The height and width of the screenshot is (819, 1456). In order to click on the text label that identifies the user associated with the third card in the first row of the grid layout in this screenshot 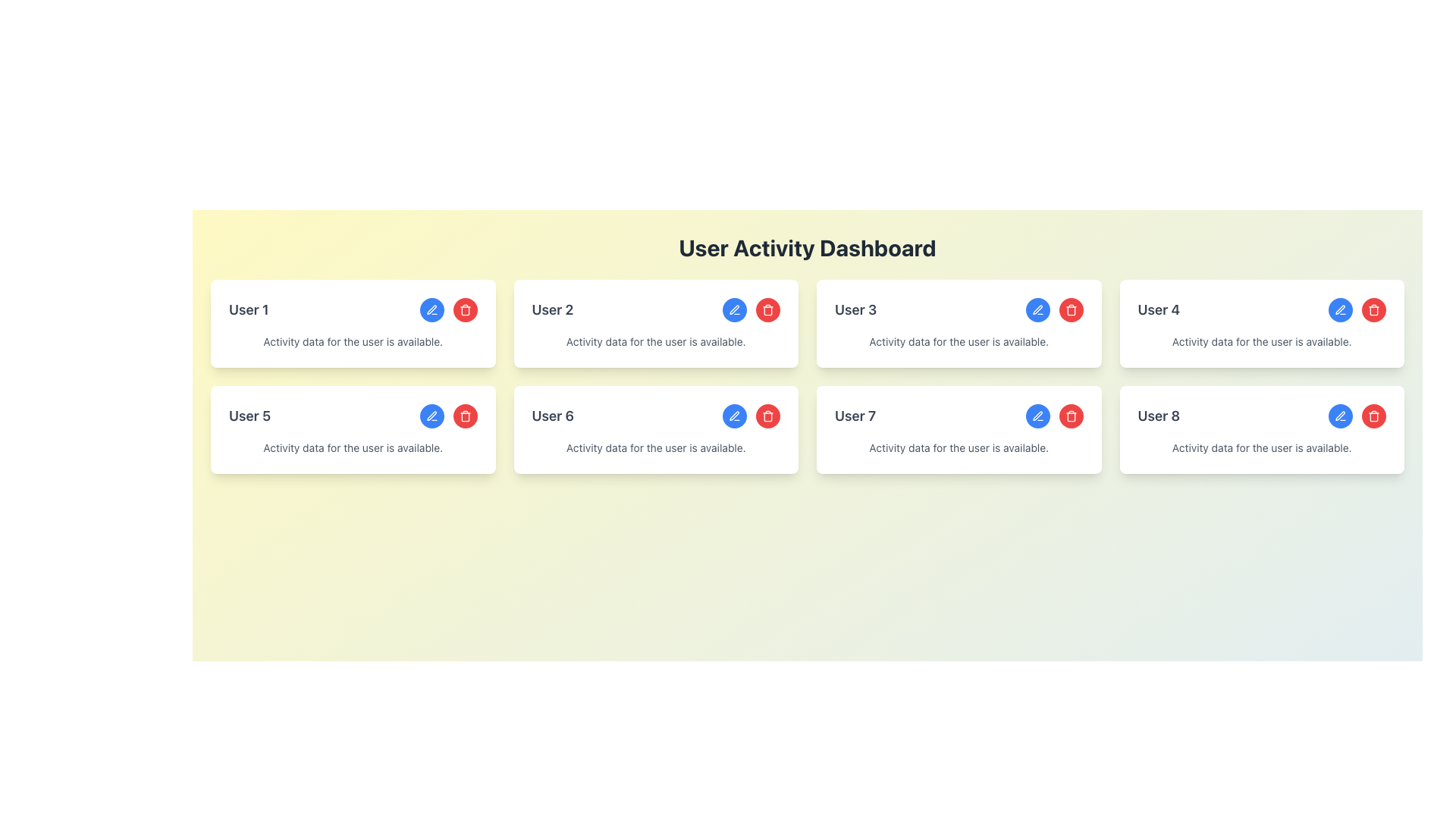, I will do `click(855, 309)`.